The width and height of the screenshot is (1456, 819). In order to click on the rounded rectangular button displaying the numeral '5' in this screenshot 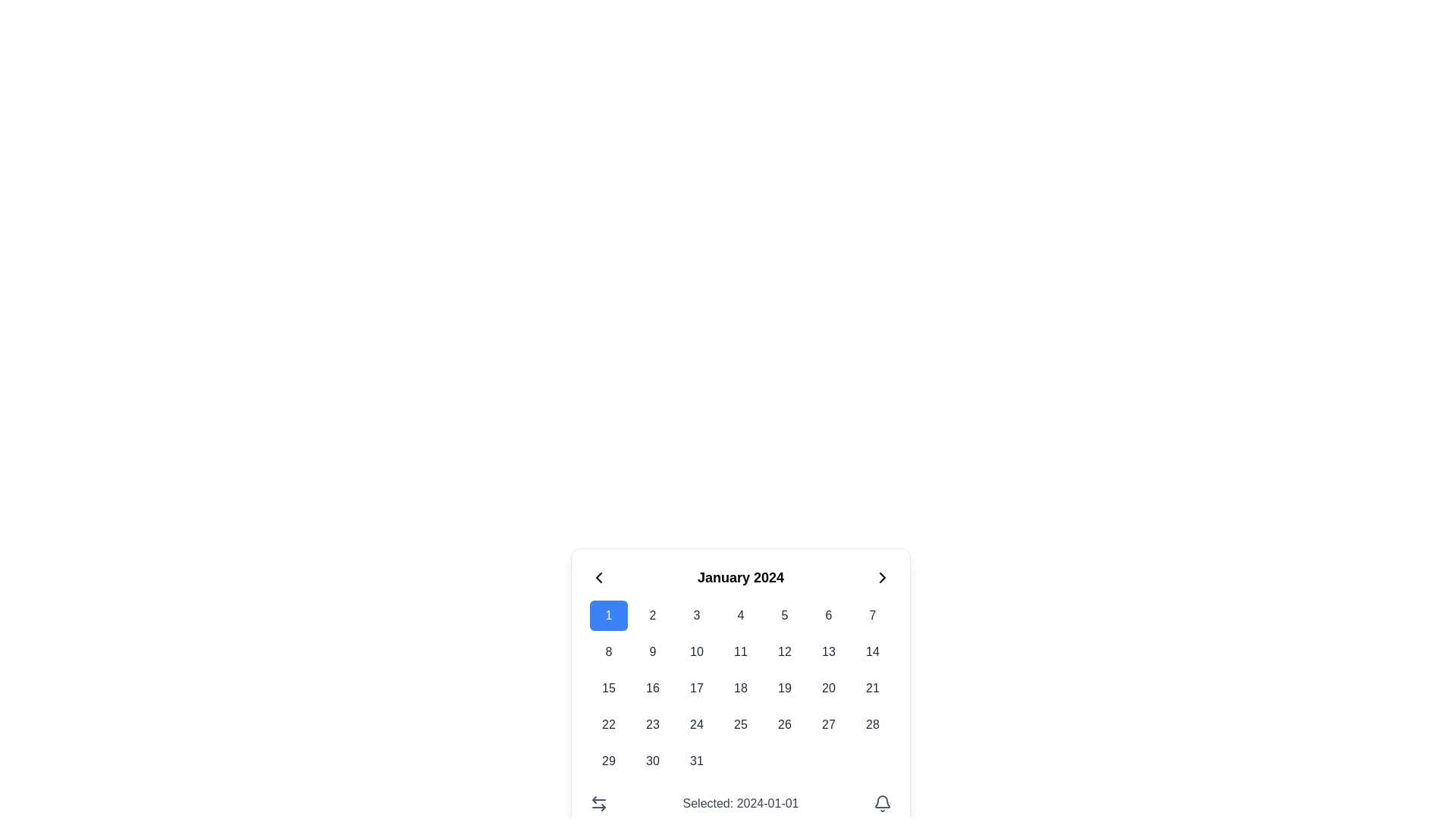, I will do `click(785, 616)`.